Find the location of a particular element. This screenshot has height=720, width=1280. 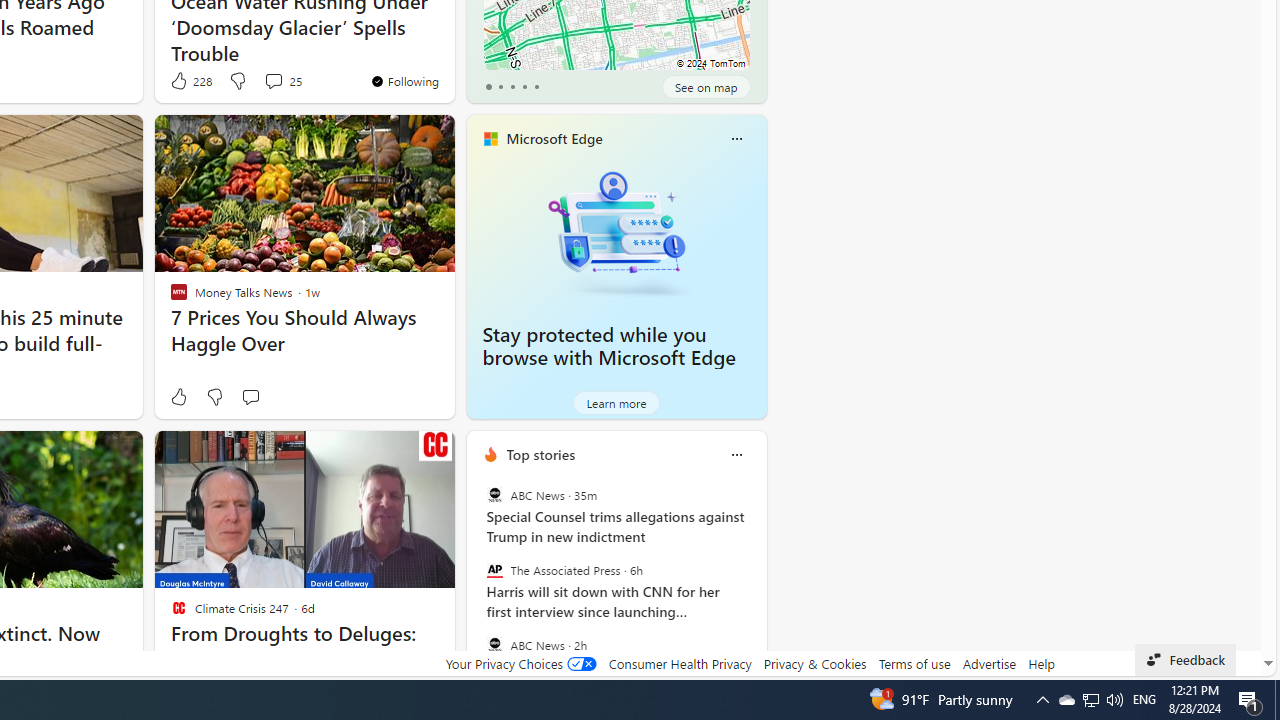

'You' is located at coordinates (403, 80).